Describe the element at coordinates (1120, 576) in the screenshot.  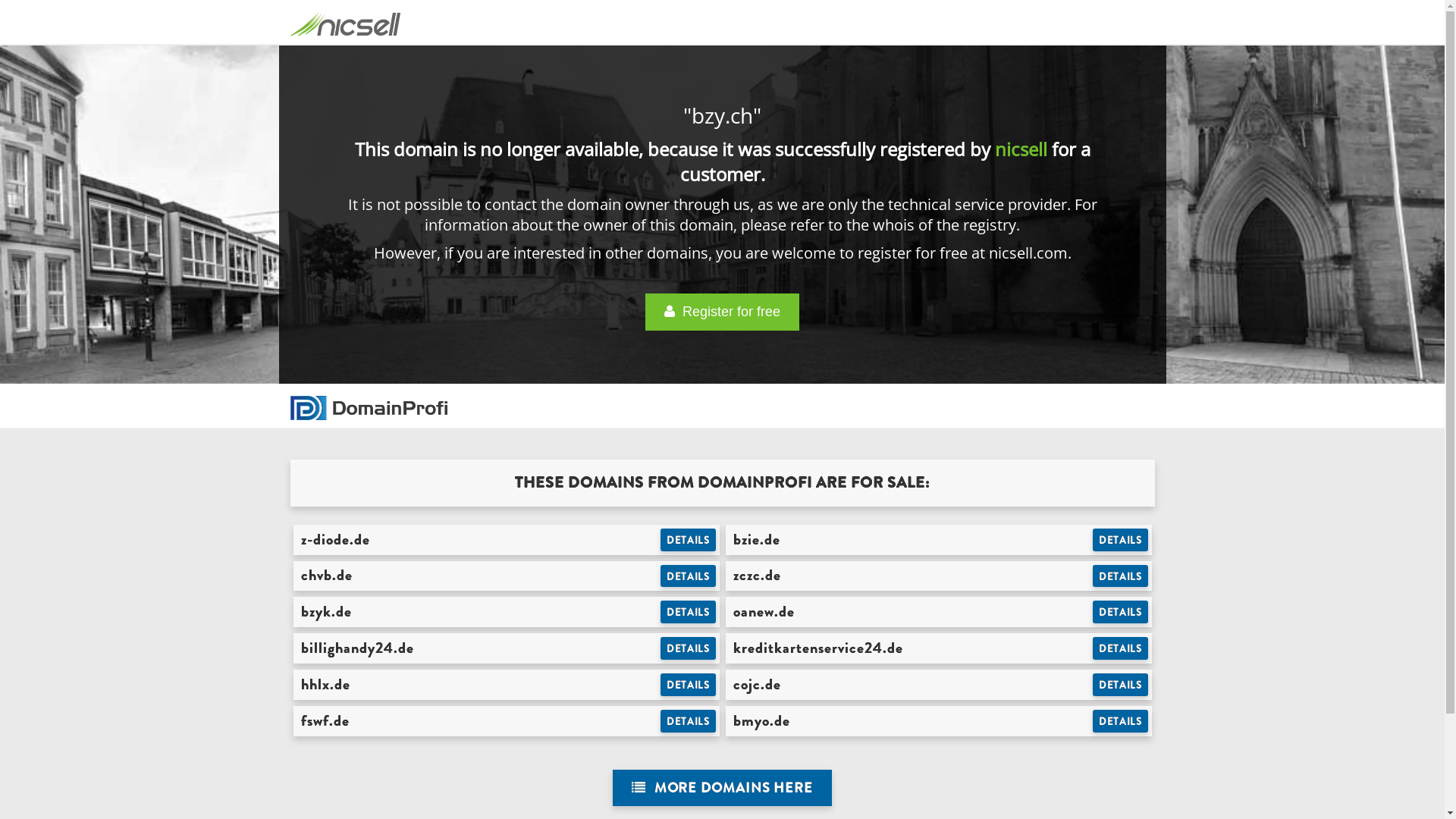
I see `'DETAILS'` at that location.